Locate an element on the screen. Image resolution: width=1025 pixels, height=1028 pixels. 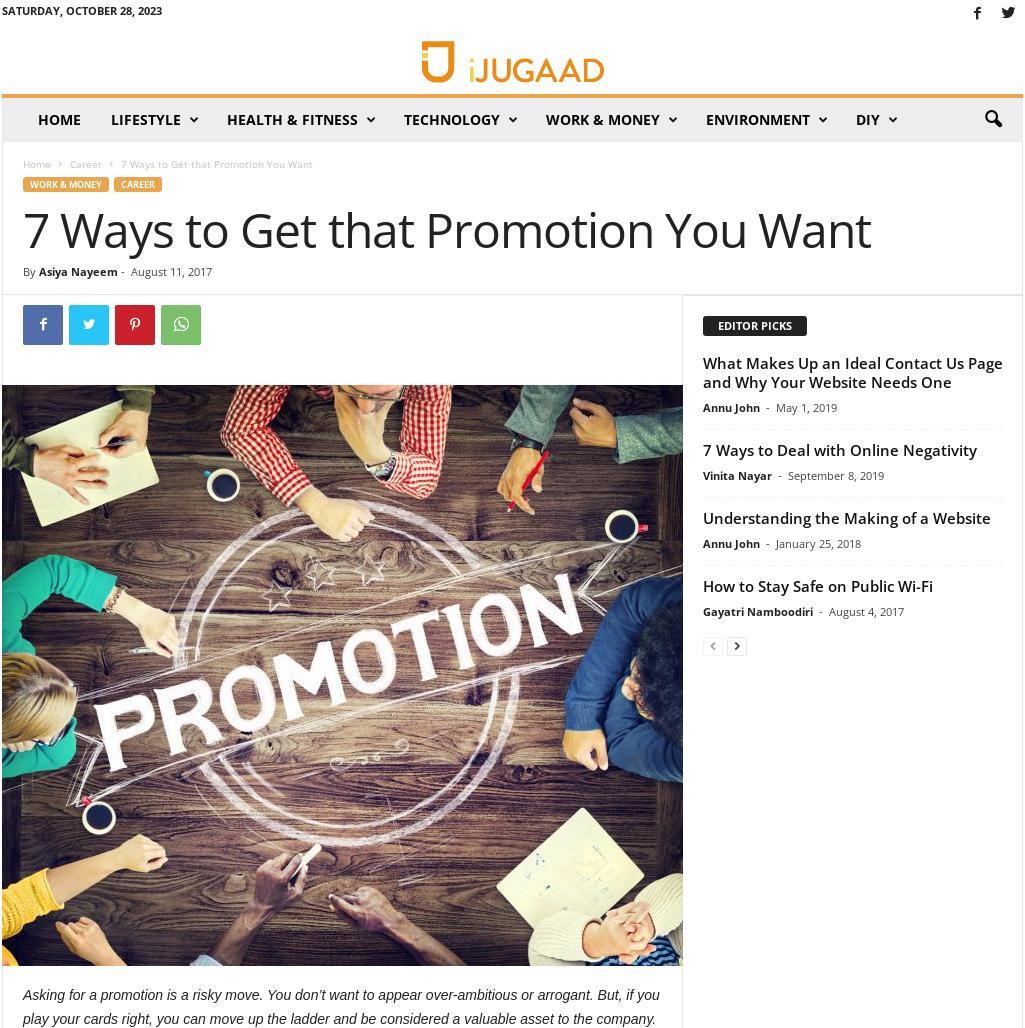
'September 8, 2019' is located at coordinates (834, 473).